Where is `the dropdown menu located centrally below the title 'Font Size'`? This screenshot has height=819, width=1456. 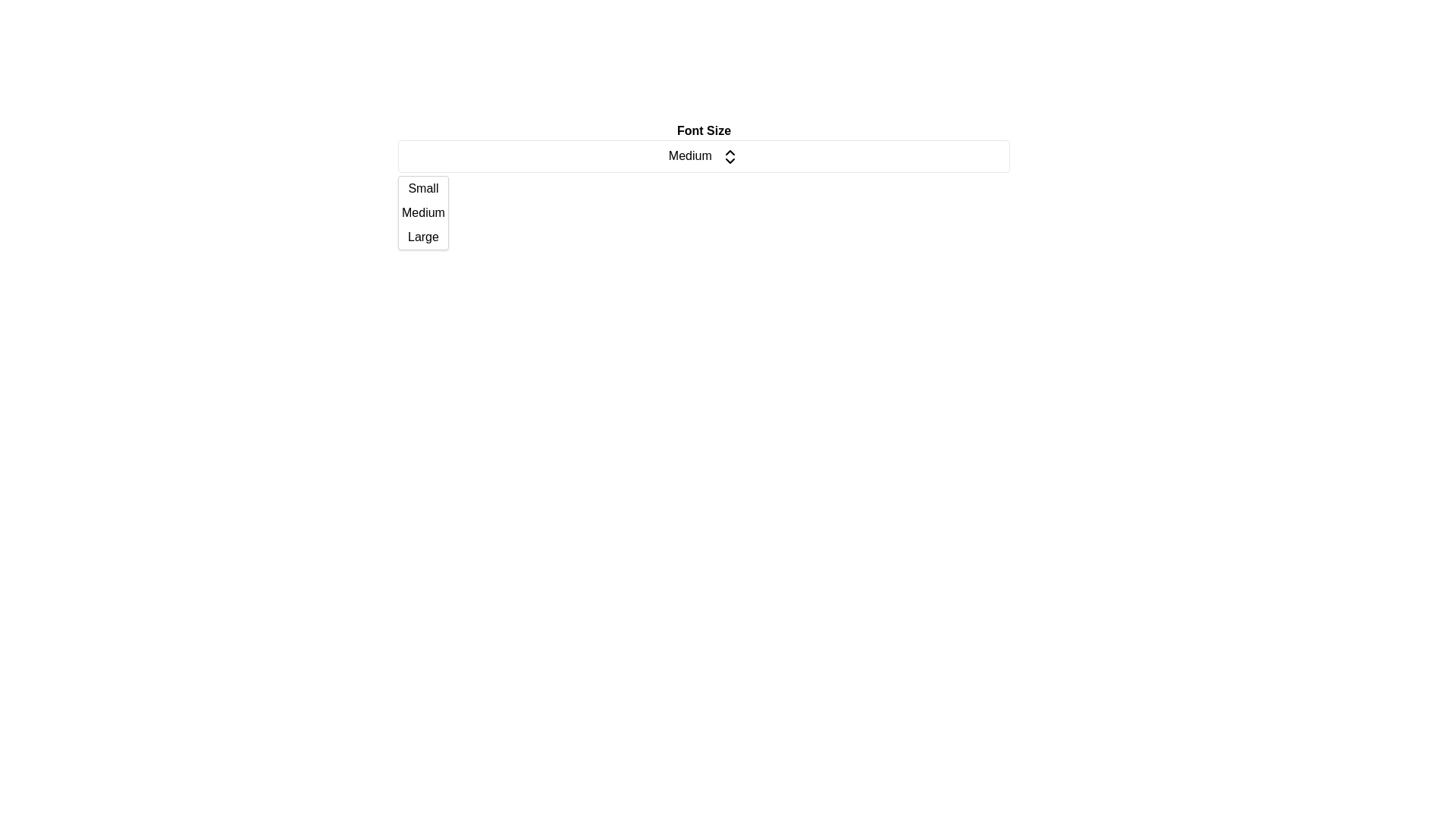 the dropdown menu located centrally below the title 'Font Size' is located at coordinates (703, 147).